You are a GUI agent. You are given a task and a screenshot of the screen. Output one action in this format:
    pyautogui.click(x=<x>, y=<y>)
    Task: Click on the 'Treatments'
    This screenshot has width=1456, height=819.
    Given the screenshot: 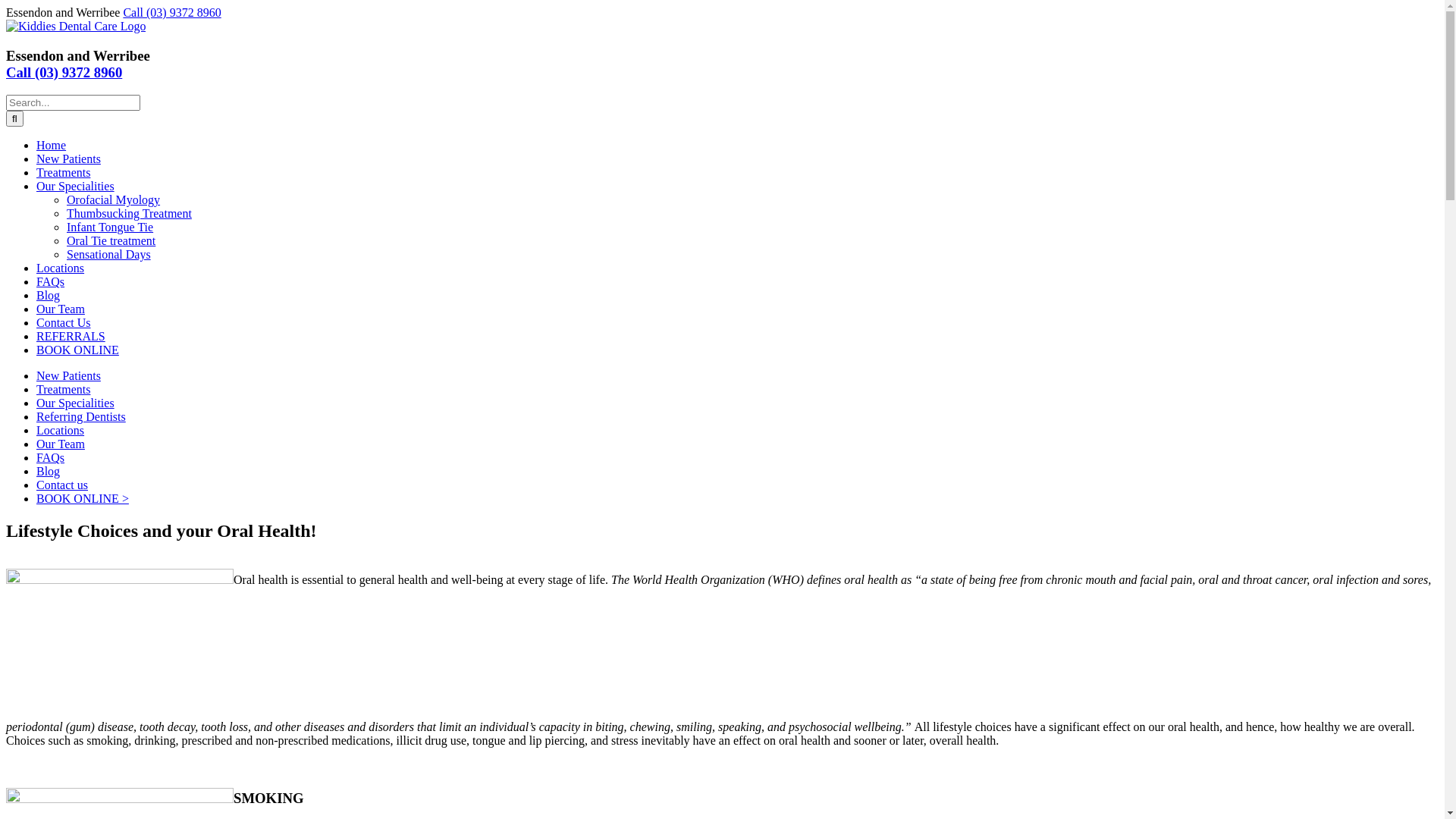 What is the action you would take?
    pyautogui.click(x=62, y=171)
    